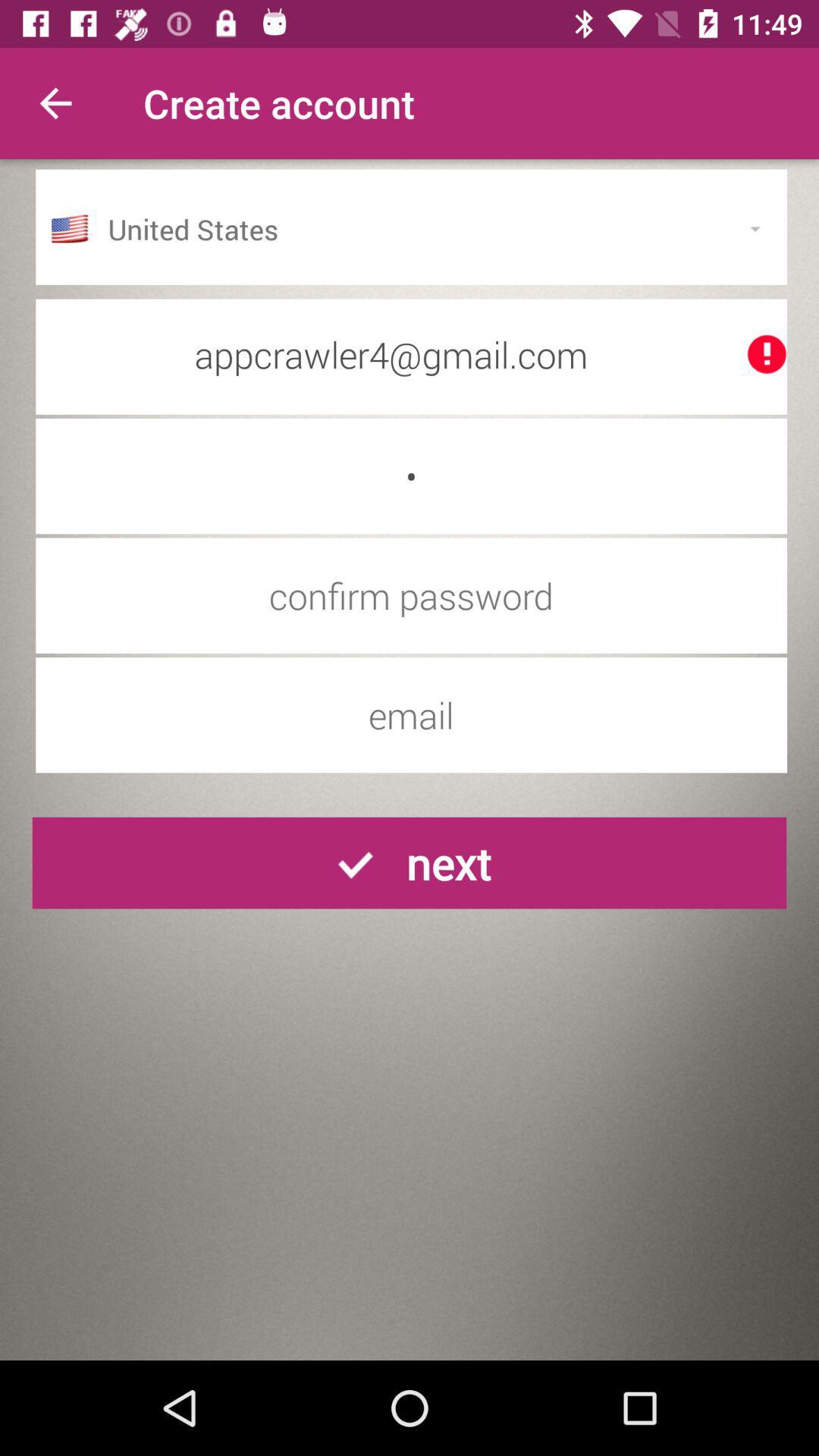  What do you see at coordinates (411, 475) in the screenshot?
I see `the item below the appcrawler4@gmail.com item` at bounding box center [411, 475].